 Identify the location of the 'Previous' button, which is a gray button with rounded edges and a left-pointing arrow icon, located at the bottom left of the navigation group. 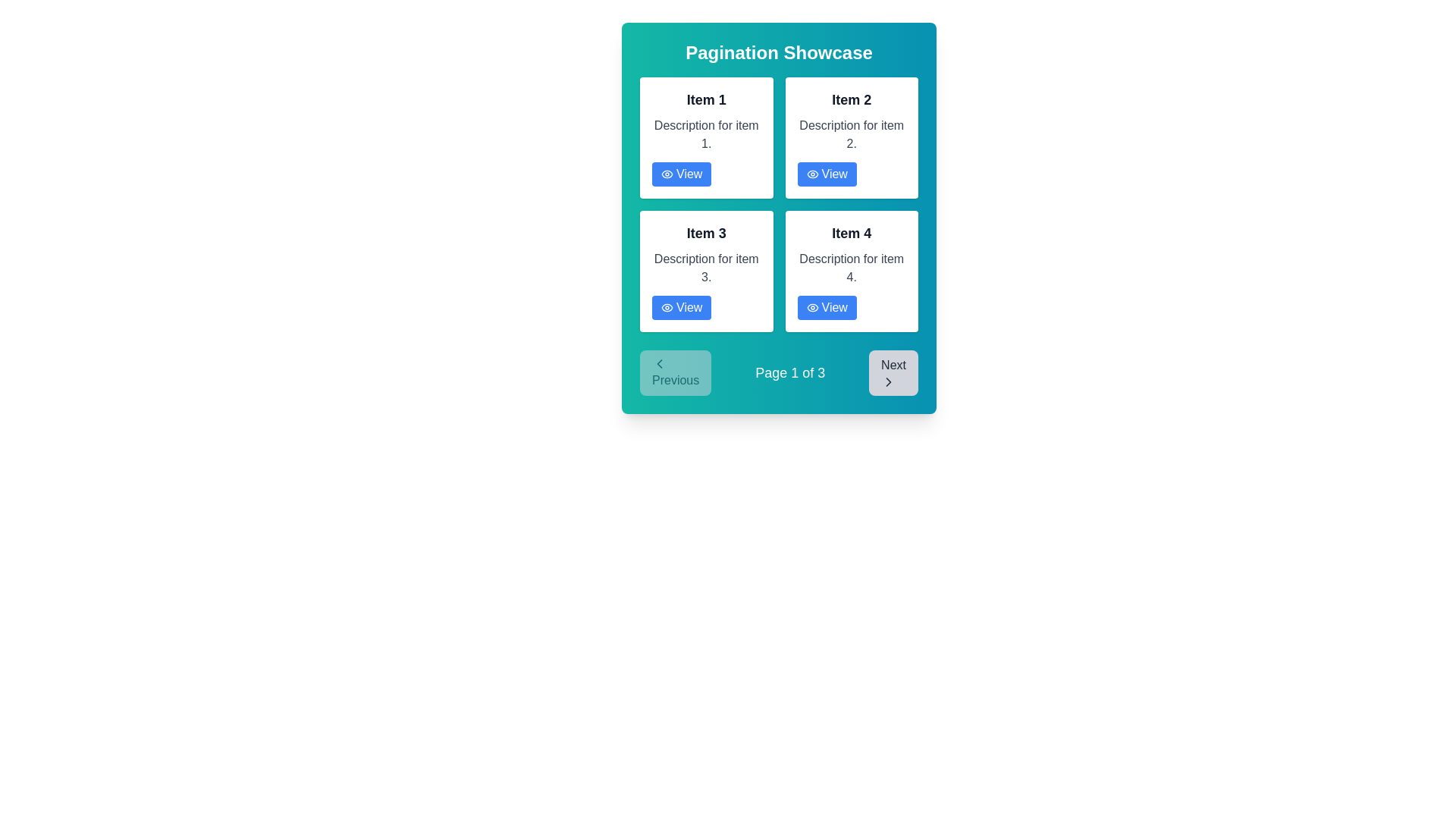
(675, 373).